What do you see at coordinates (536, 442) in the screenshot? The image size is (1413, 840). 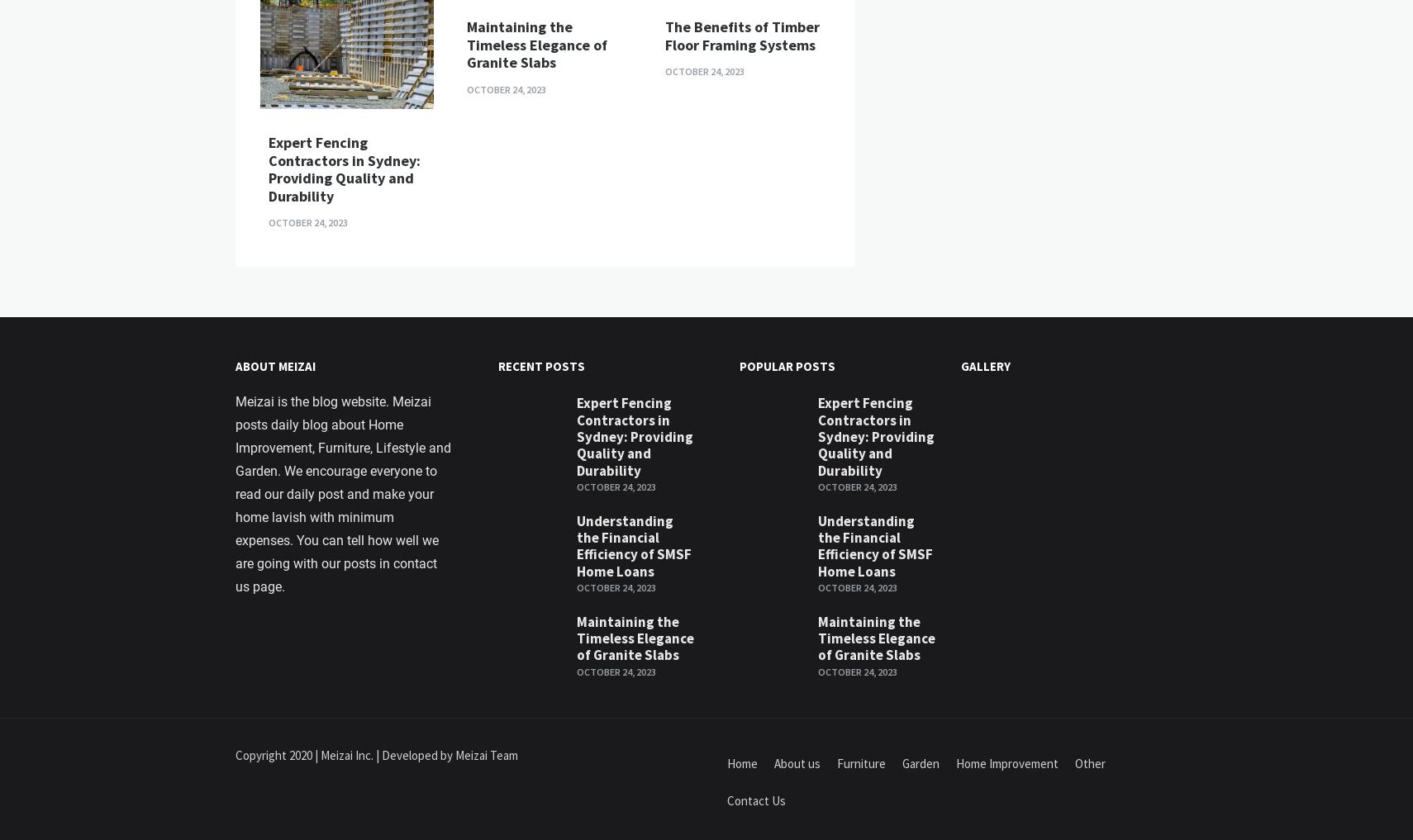 I see `'Maintaining the Timeless Elegance of Granite Slabs'` at bounding box center [536, 442].